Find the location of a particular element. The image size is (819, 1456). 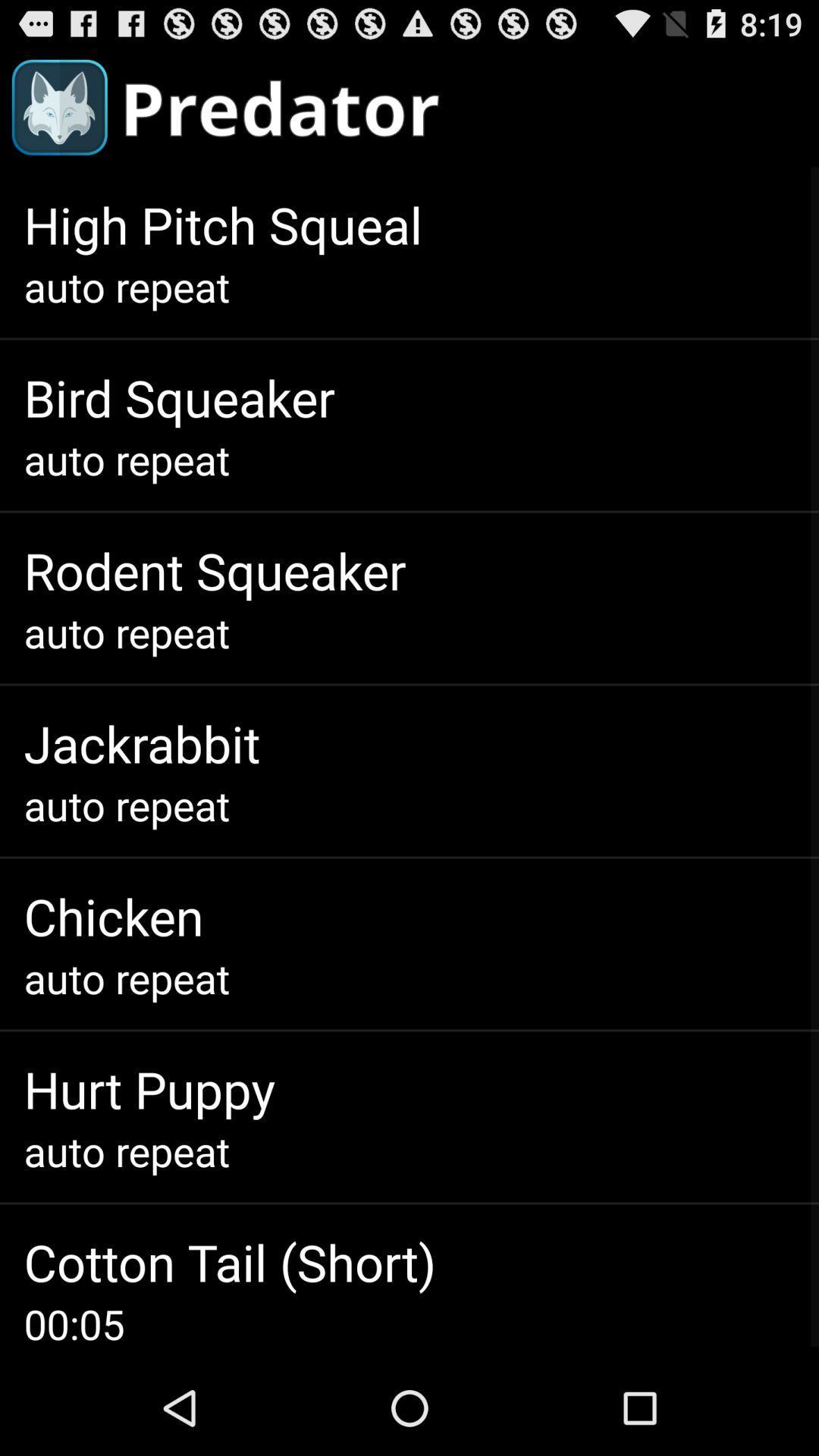

the item above the auto repeat is located at coordinates (149, 1088).